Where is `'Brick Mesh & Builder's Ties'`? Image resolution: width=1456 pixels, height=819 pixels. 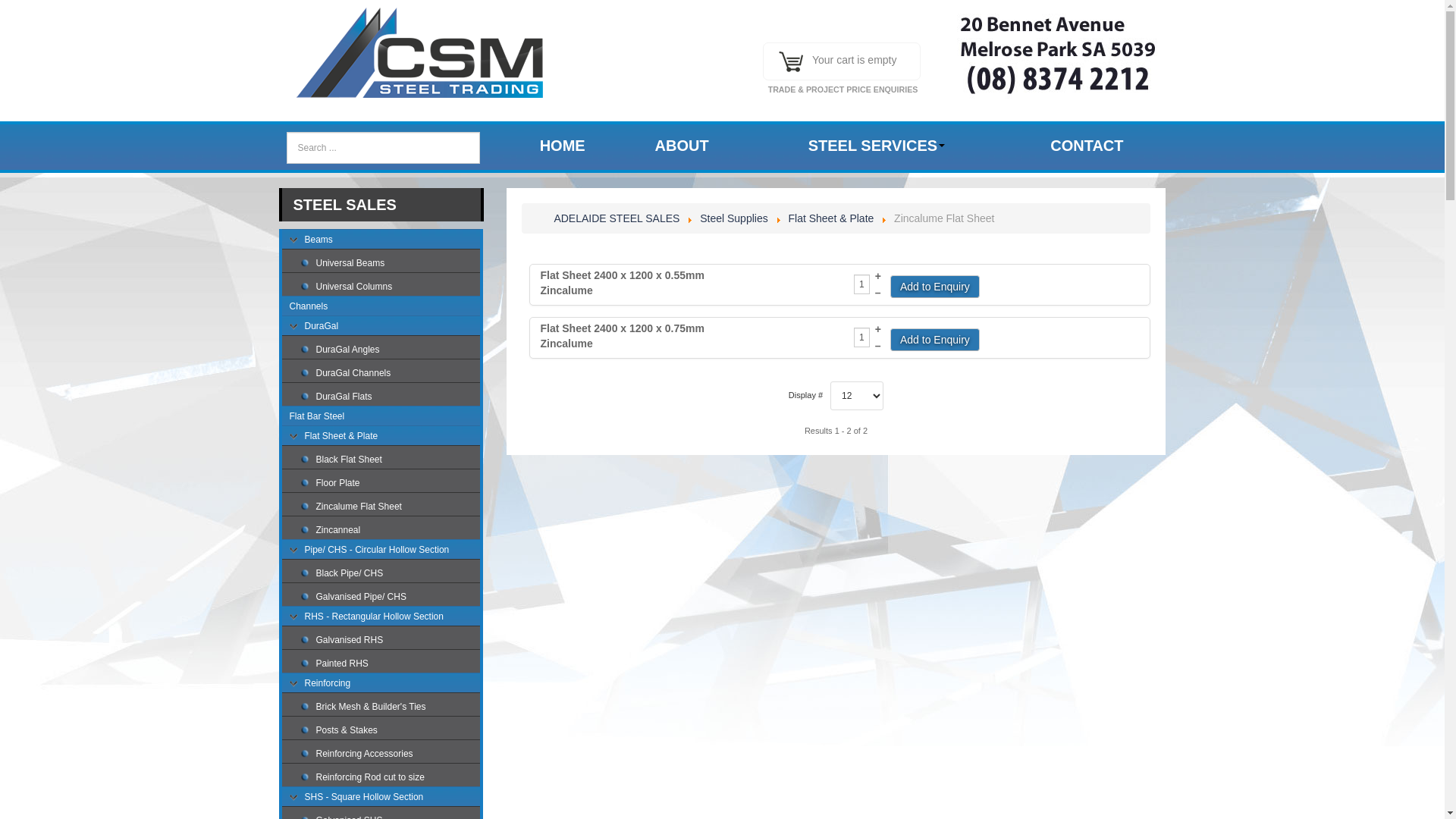 'Brick Mesh & Builder's Ties' is located at coordinates (390, 708).